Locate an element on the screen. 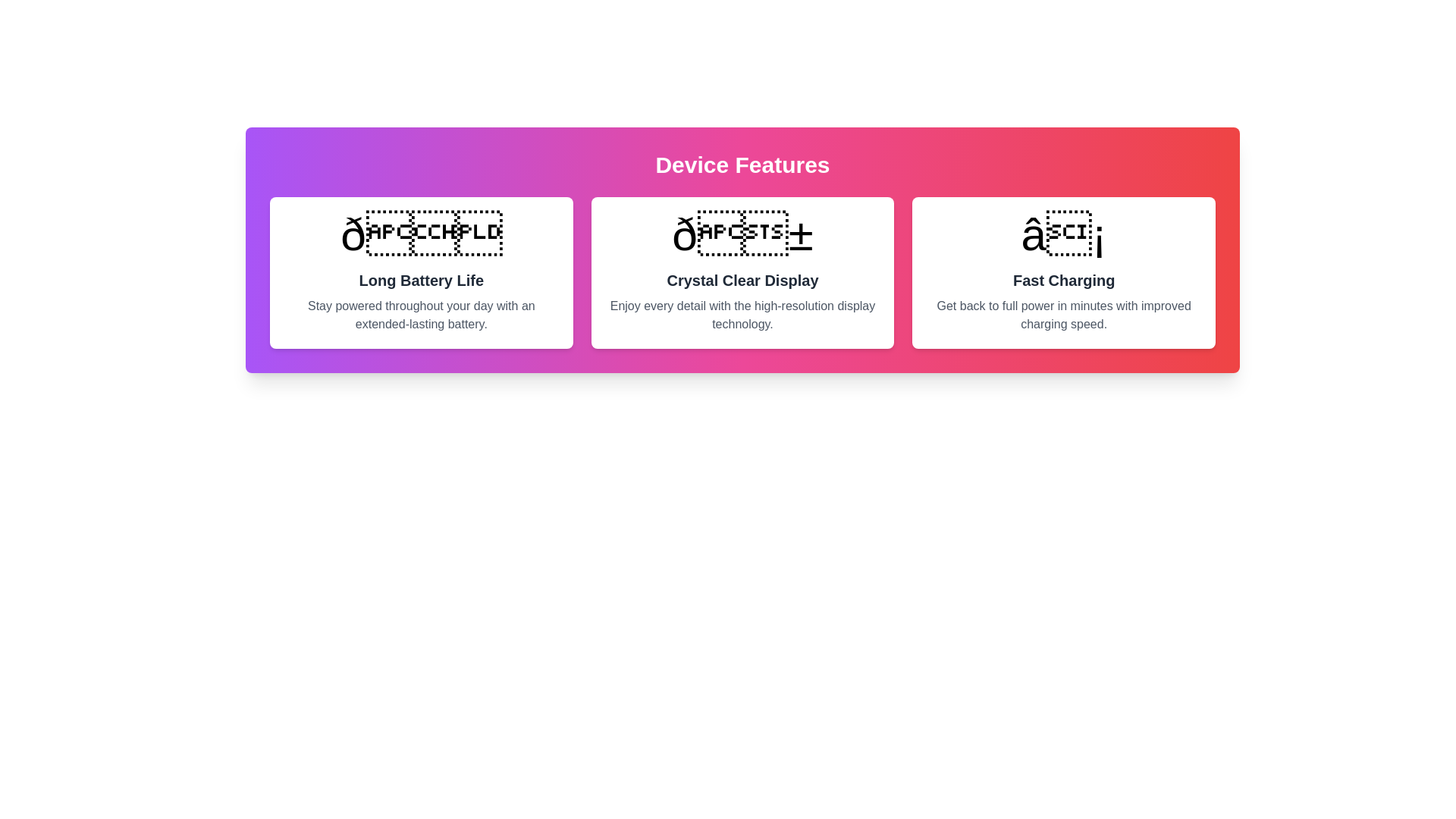  the text label displaying 'Long Battery Life', which is prominently styled in dark gray and significantly larger than standard text is located at coordinates (421, 281).